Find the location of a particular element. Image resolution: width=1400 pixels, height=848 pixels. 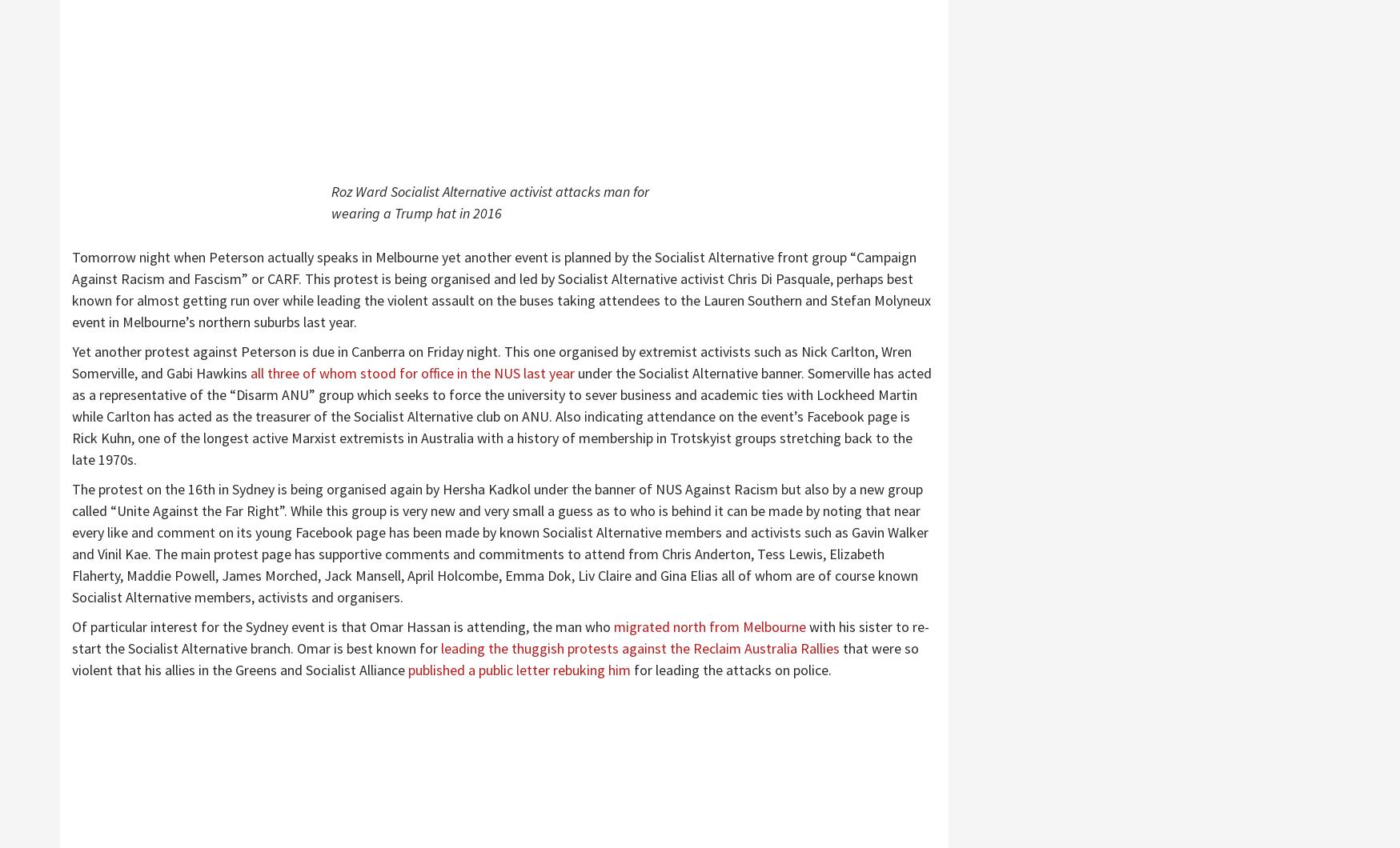

'under the Socialist Alternative banner. Somerville has acted as a representative of the “Disarm ANU” group which seeks to force the university to sever business and academic ties with Lockheed Martin while Carlton has acted as the treasurer of the Socialist Alternative club on ANU. Also indicating attendance on the event’s Facebook page is Rick Kuhn, one of the longest active Marxist extremists in Australia with a history of membership in Trotskyist groups stretching back to the late 1970s.' is located at coordinates (500, 415).